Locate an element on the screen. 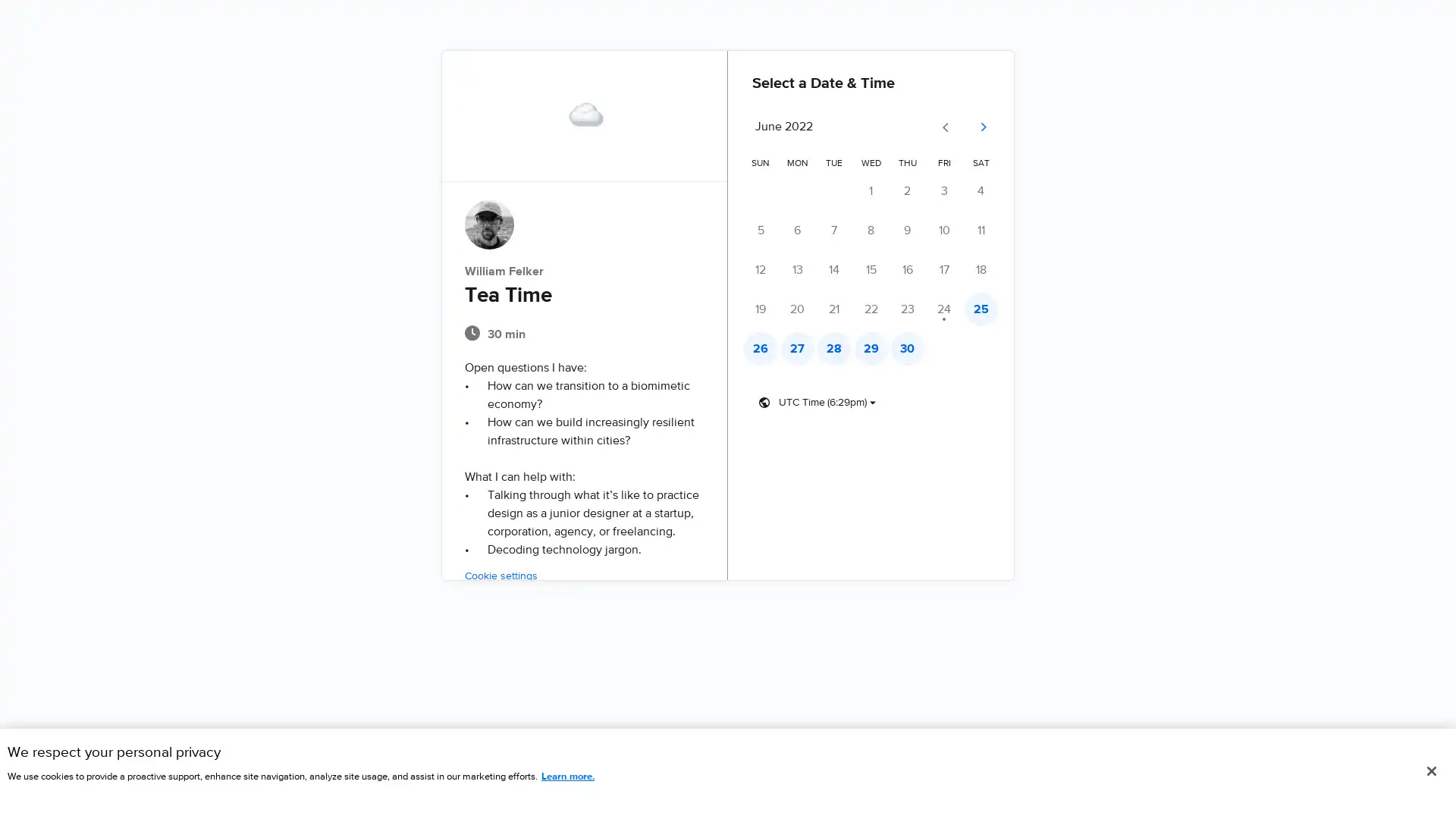 Image resolution: width=1456 pixels, height=819 pixels. Thursday, June 9 - No times available is located at coordinates (917, 231).